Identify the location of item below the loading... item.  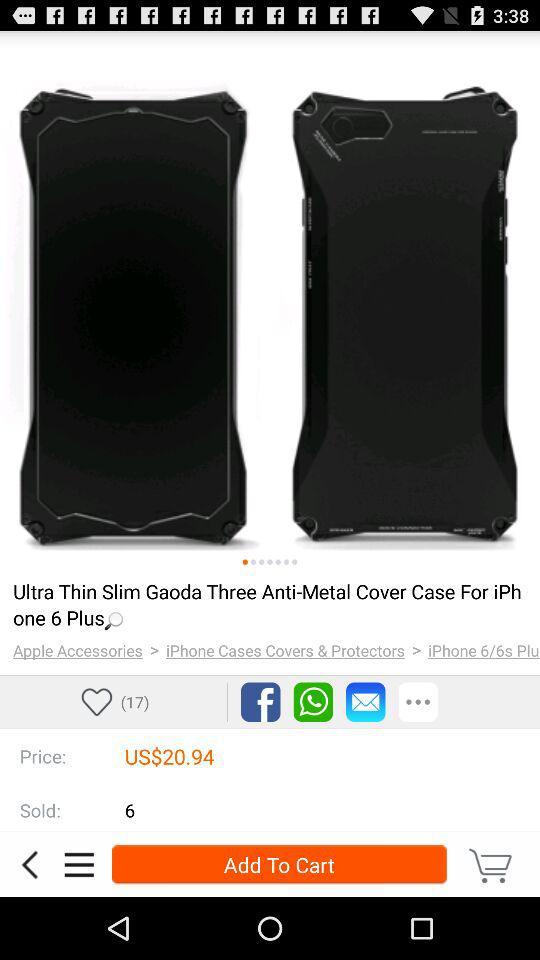
(284, 649).